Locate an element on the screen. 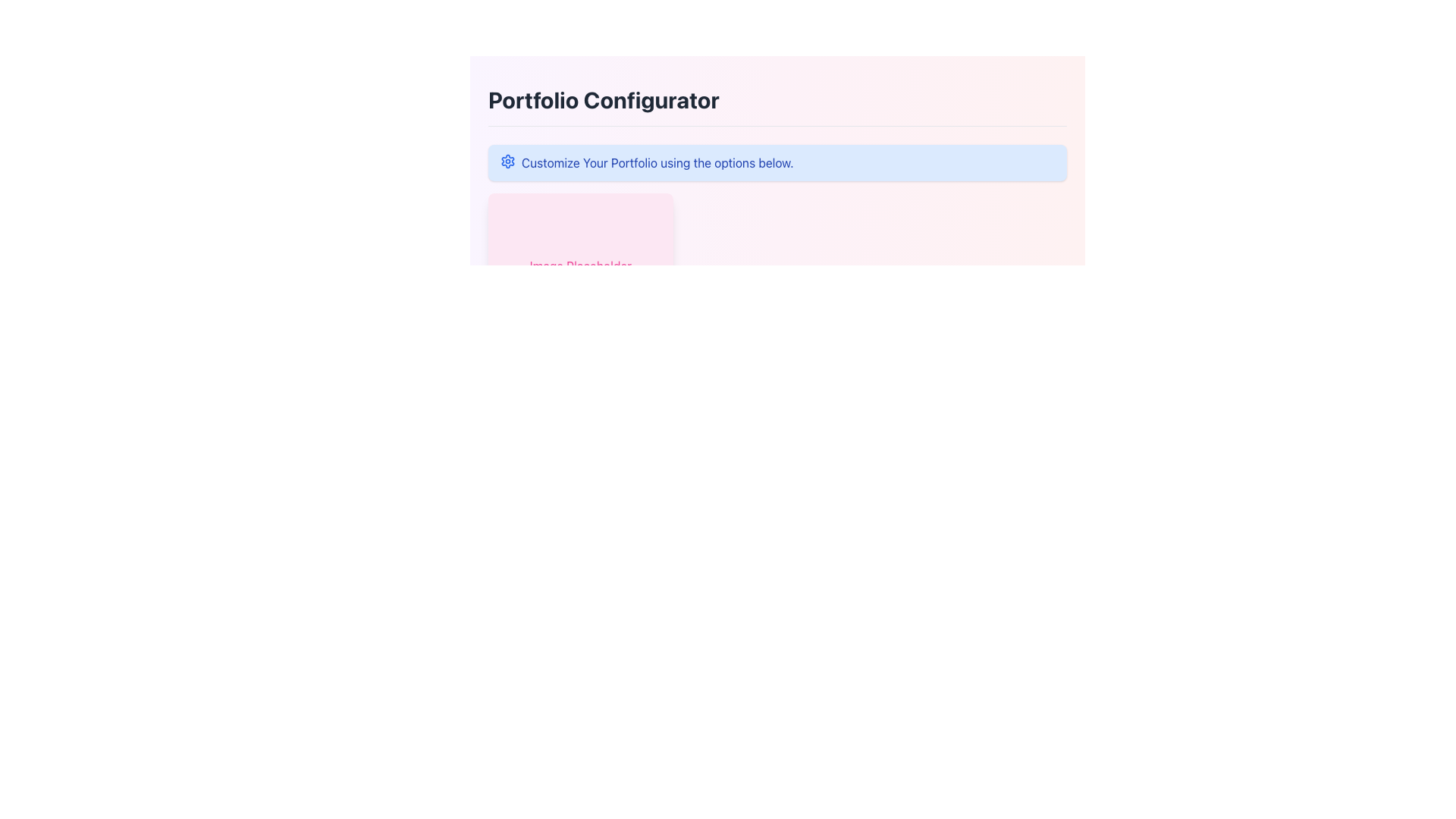  the settings icon located to the left of the text 'Customize Your Portfolio using the options below' within a light blue background UI block is located at coordinates (508, 161).